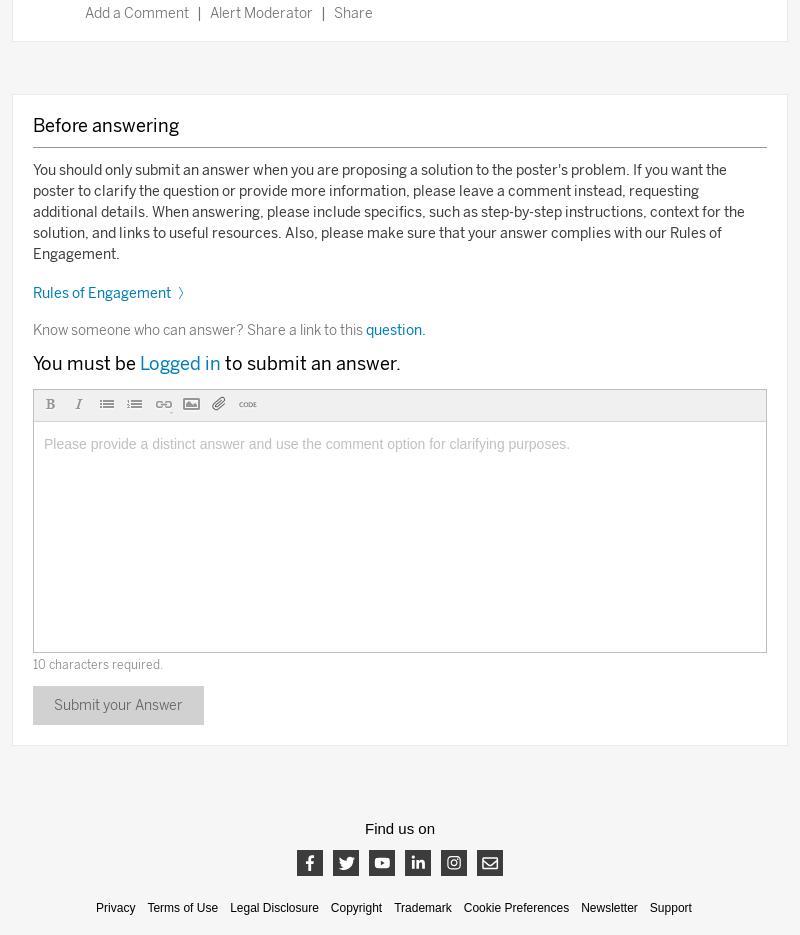 The height and width of the screenshot is (935, 800). What do you see at coordinates (311, 362) in the screenshot?
I see `'to submit an answer.'` at bounding box center [311, 362].